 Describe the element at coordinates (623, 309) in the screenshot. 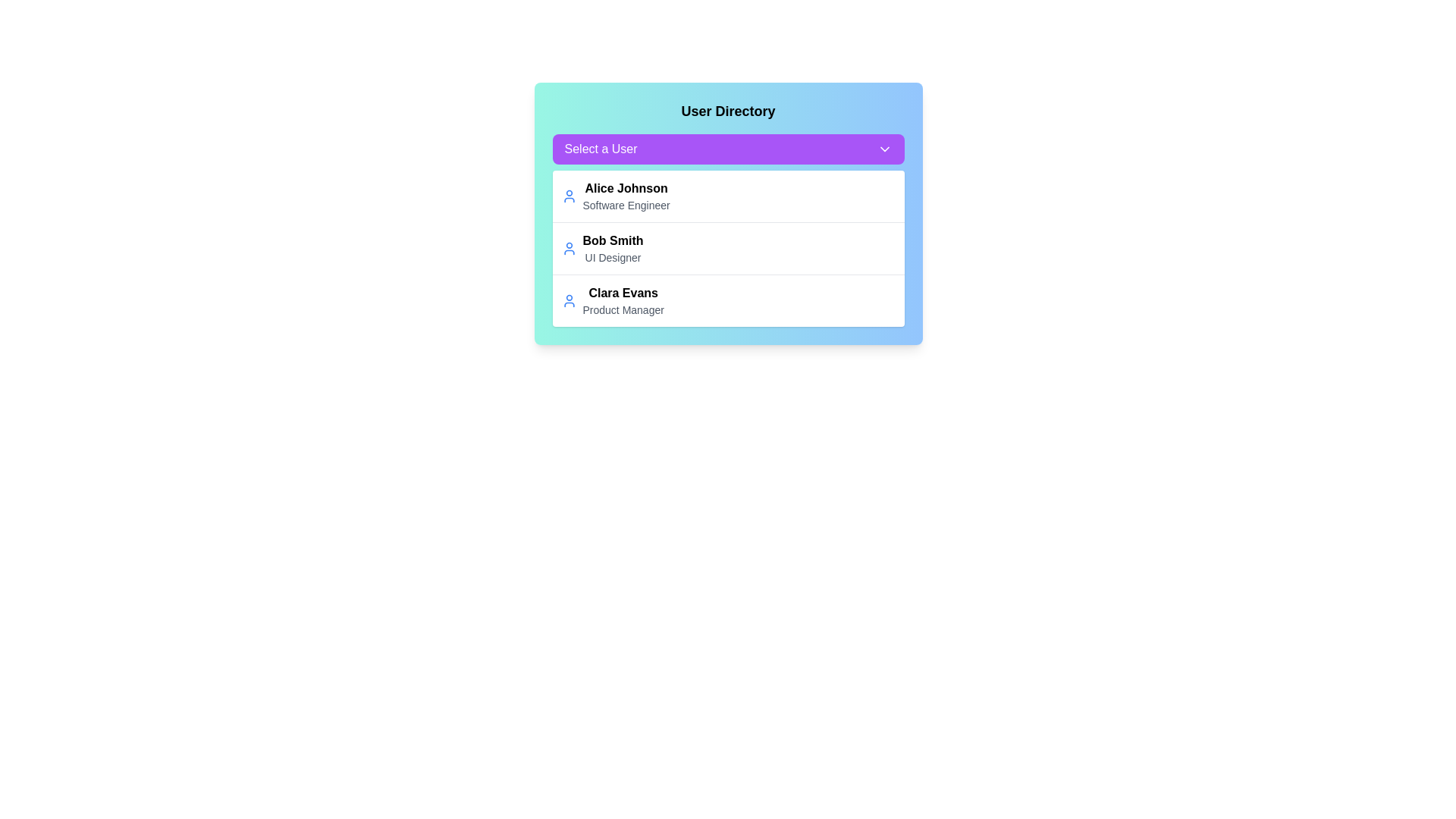

I see `the text label displaying the job title 'Product Manager' for the user 'Clara Evans', which is positioned beneath the name in the User Directory list` at that location.